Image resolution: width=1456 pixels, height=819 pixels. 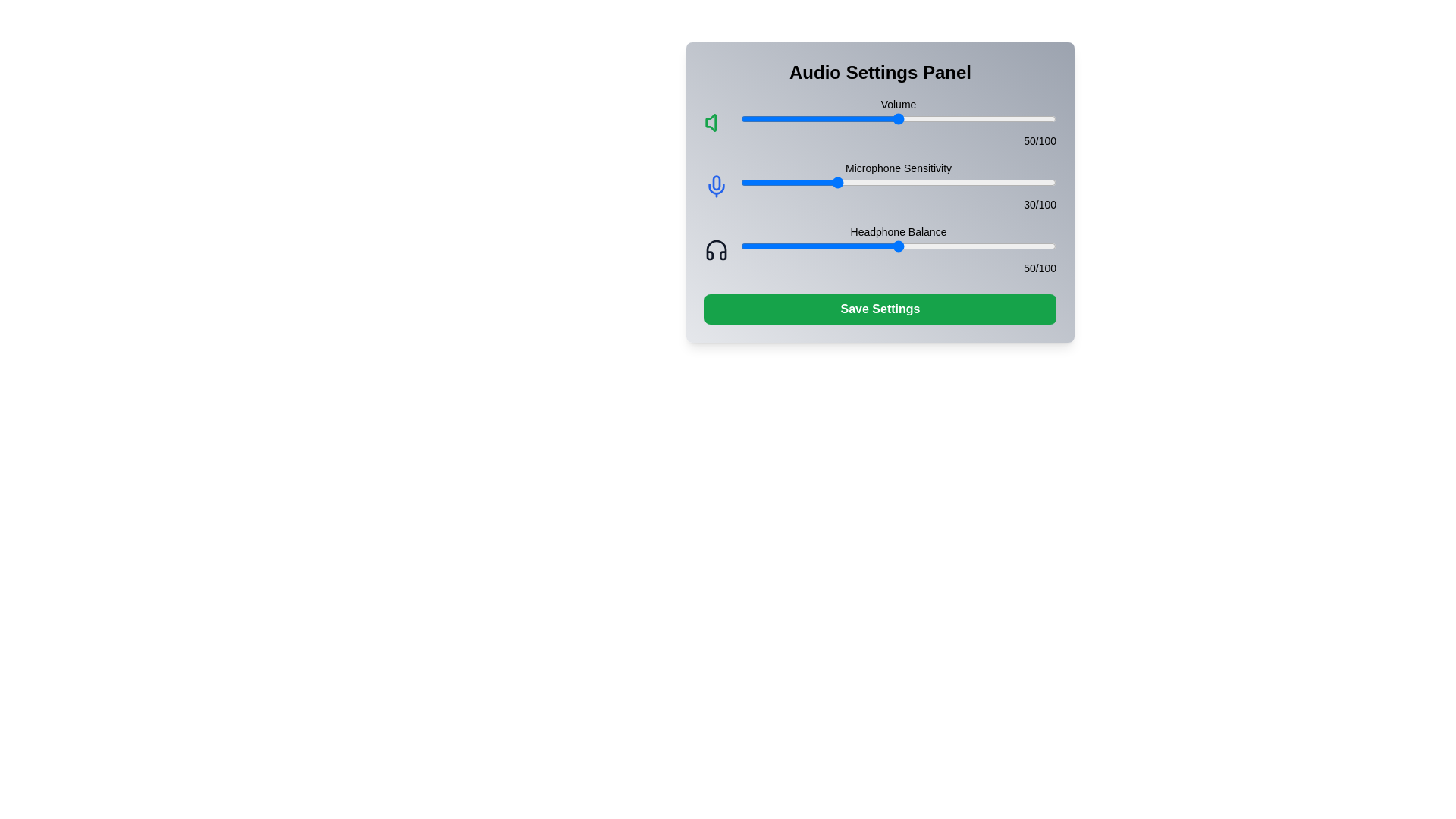 I want to click on headphone balance, so click(x=750, y=245).